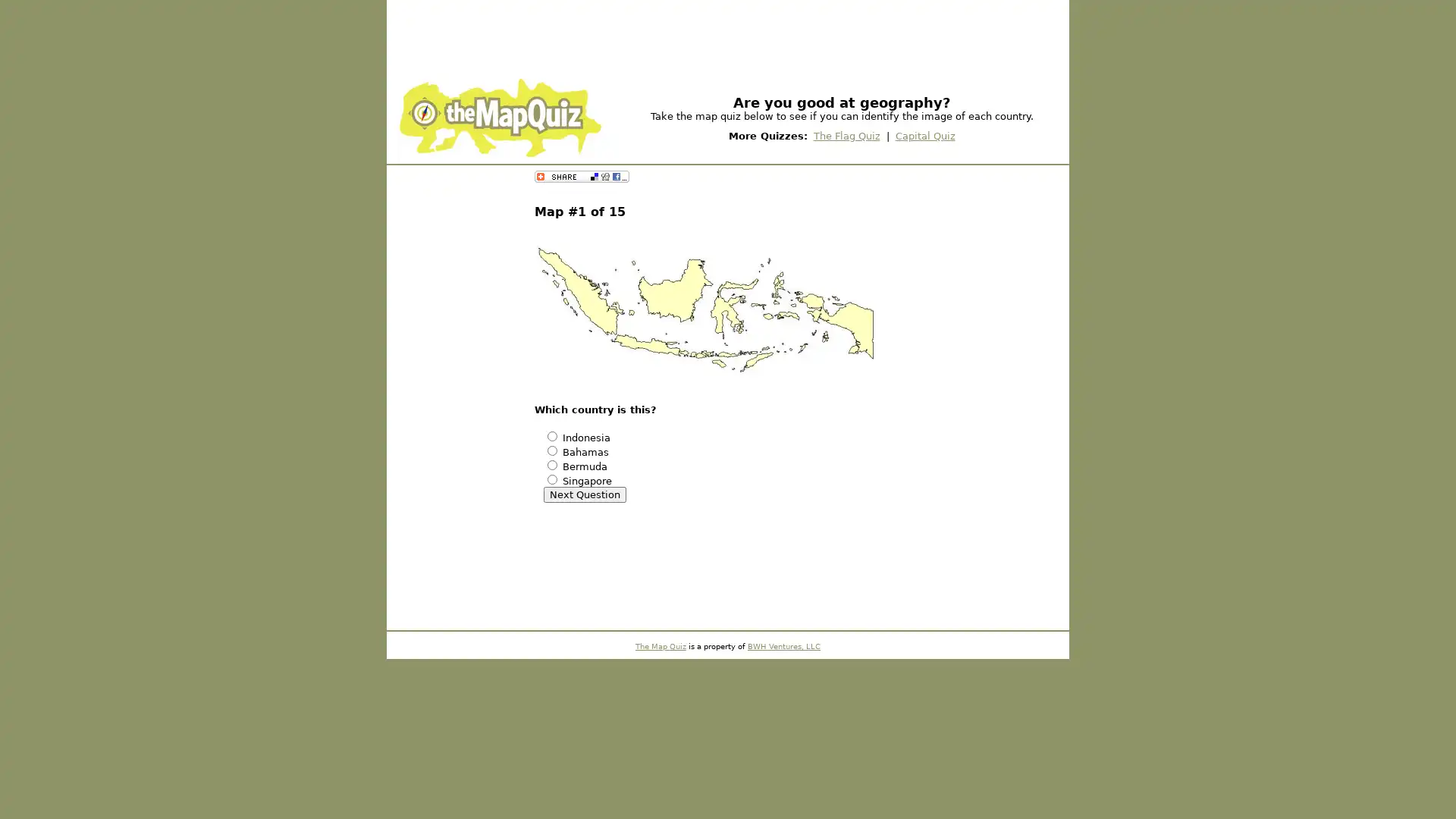  What do you see at coordinates (584, 494) in the screenshot?
I see `Next Question` at bounding box center [584, 494].